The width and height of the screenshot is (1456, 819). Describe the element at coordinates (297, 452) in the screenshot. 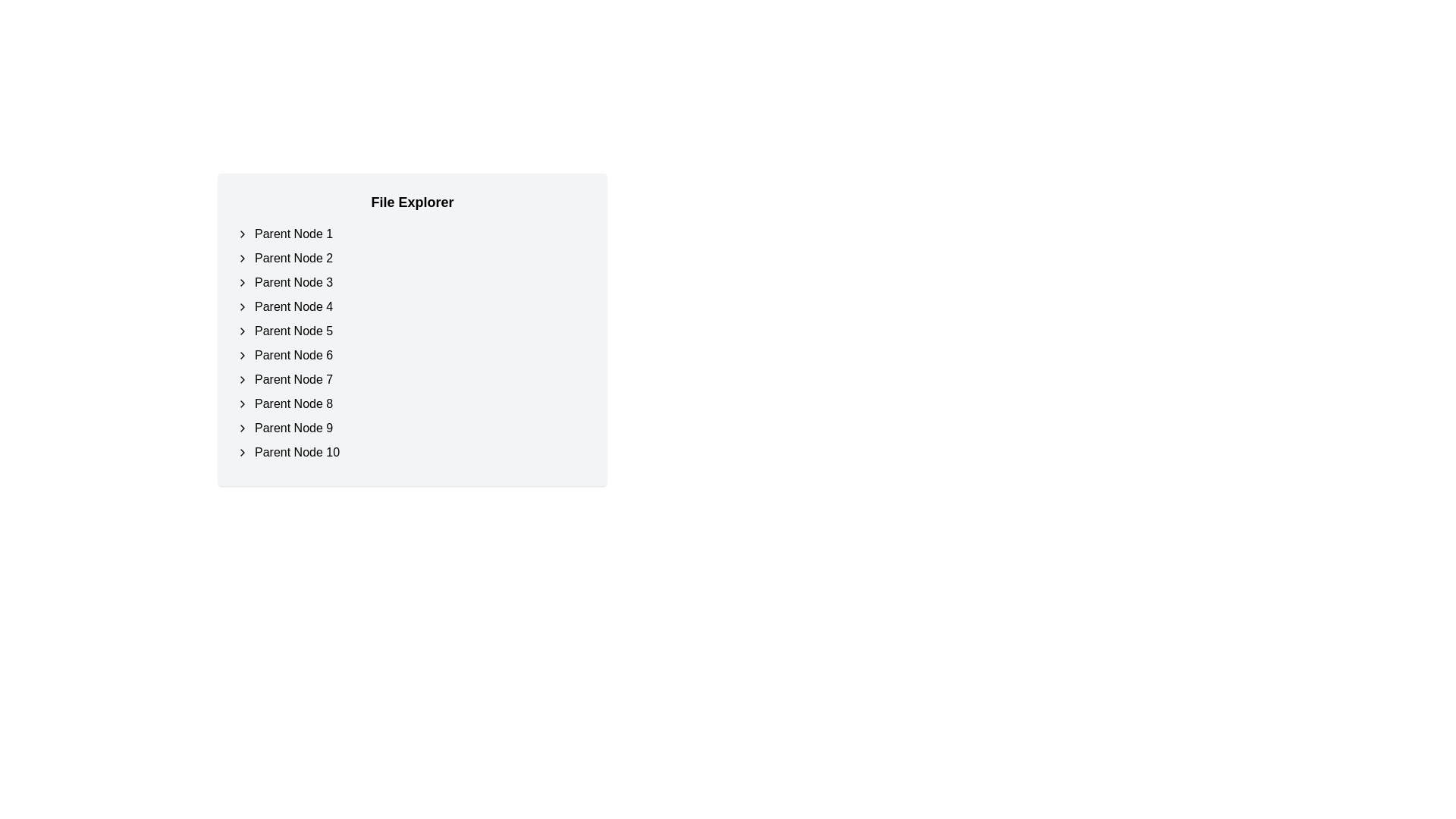

I see `the tenth text label in the 'File Explorer' interface, which represents a node or item in a hierarchical structure` at that location.